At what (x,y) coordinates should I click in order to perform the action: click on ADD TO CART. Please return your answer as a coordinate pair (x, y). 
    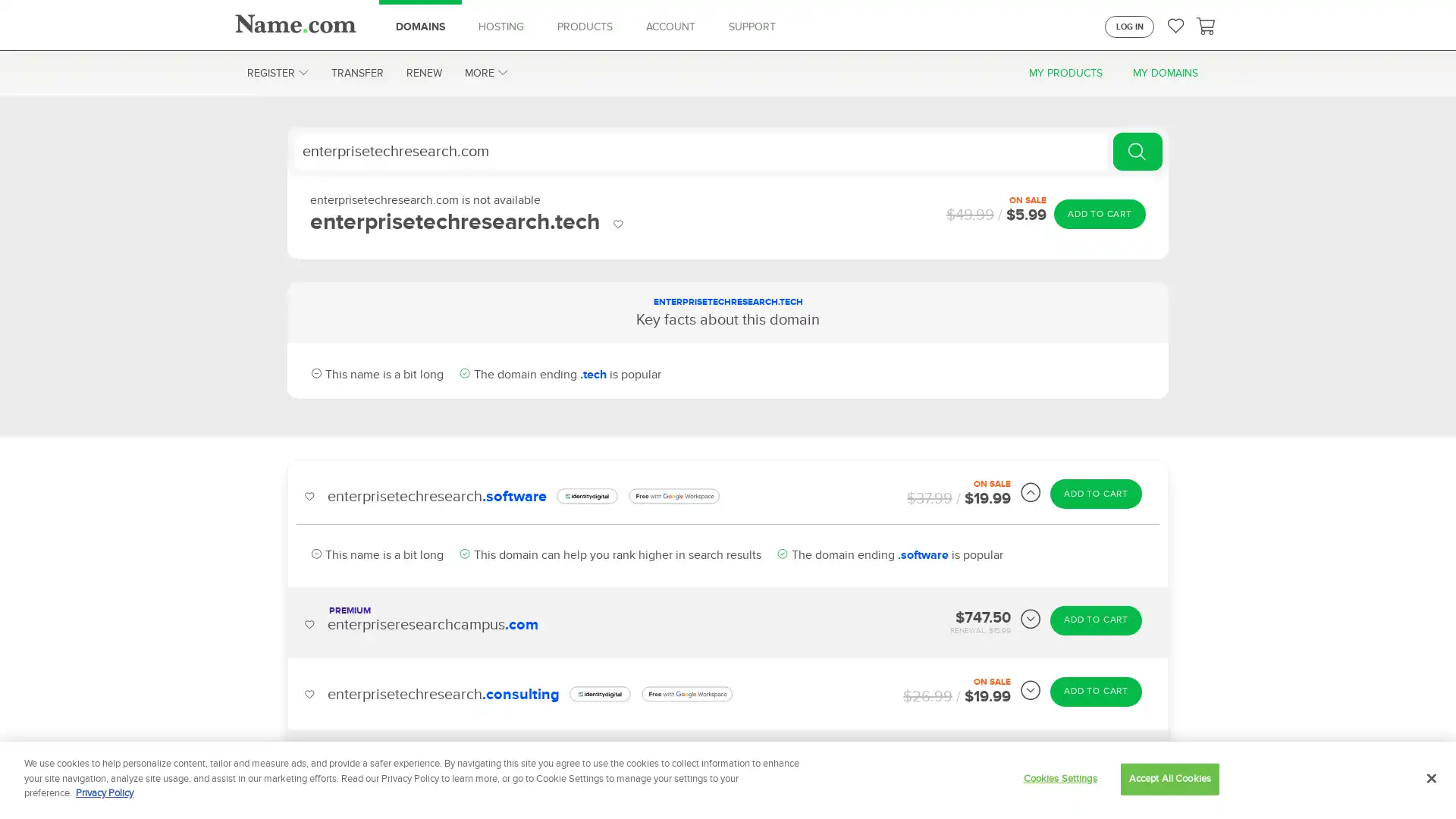
    Looking at the image, I should click on (1099, 213).